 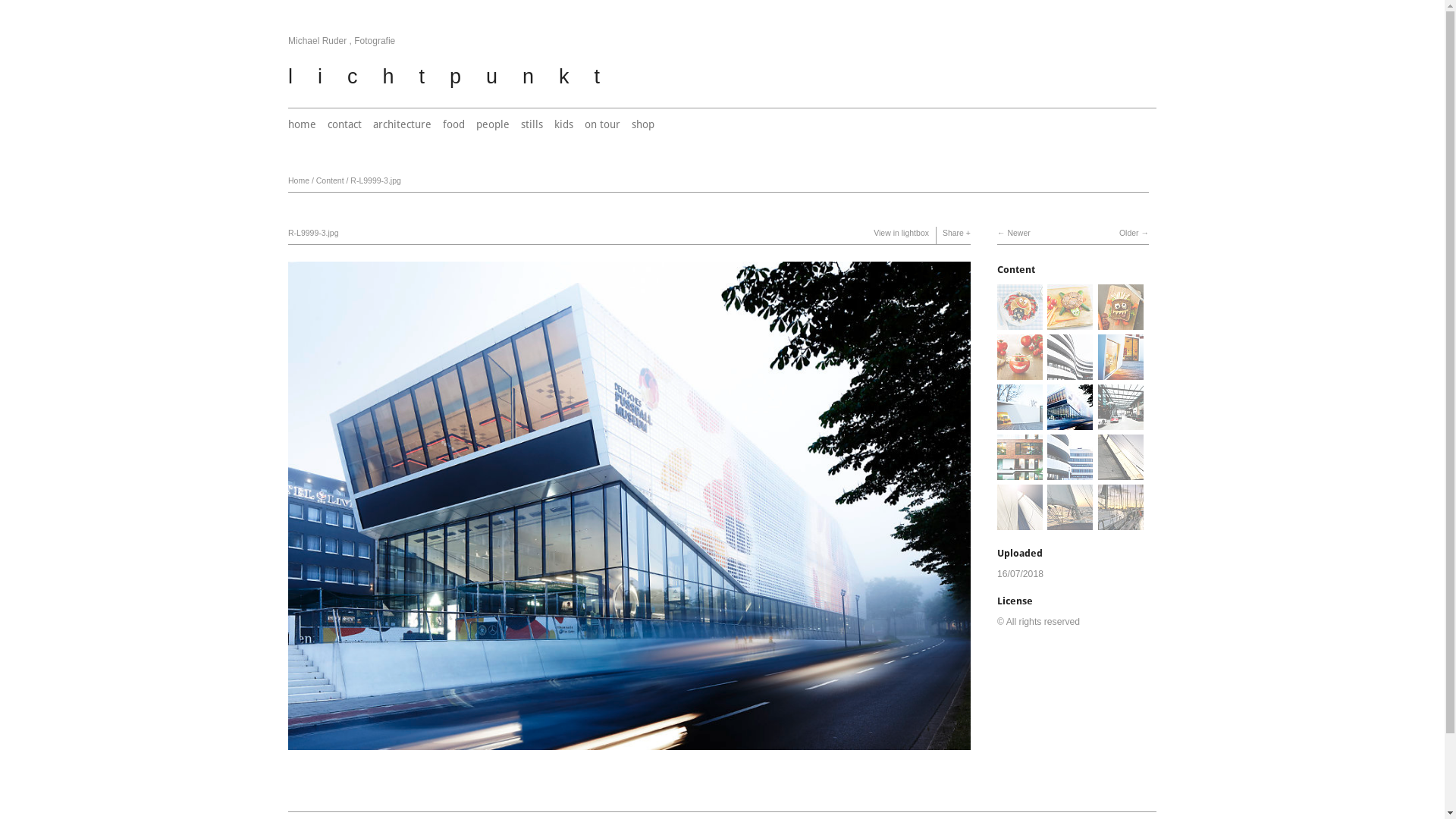 I want to click on 'architecture', so click(x=402, y=124).